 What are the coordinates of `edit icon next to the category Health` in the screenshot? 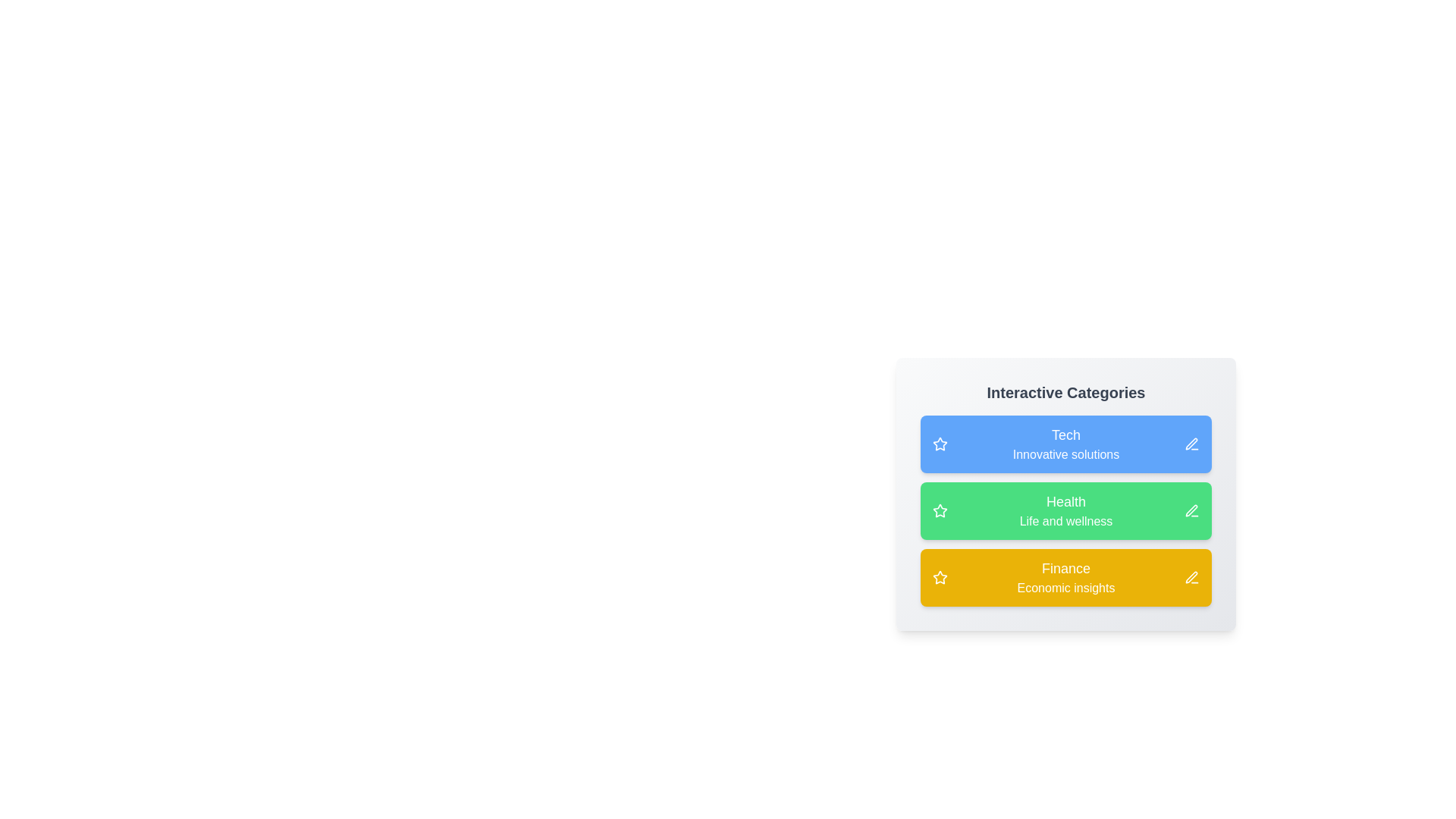 It's located at (1191, 511).